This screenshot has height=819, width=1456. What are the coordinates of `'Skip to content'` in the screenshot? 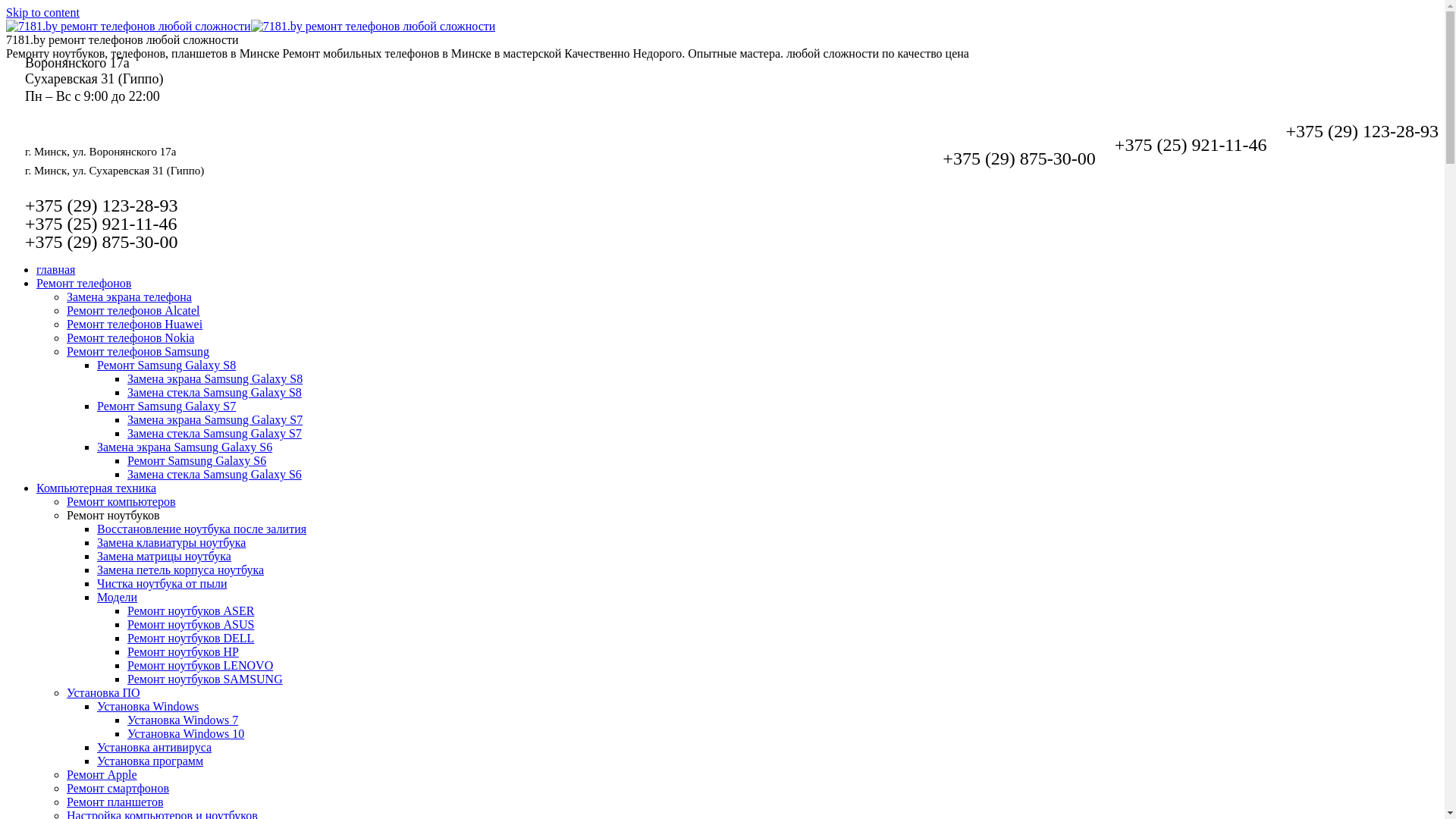 It's located at (42, 12).